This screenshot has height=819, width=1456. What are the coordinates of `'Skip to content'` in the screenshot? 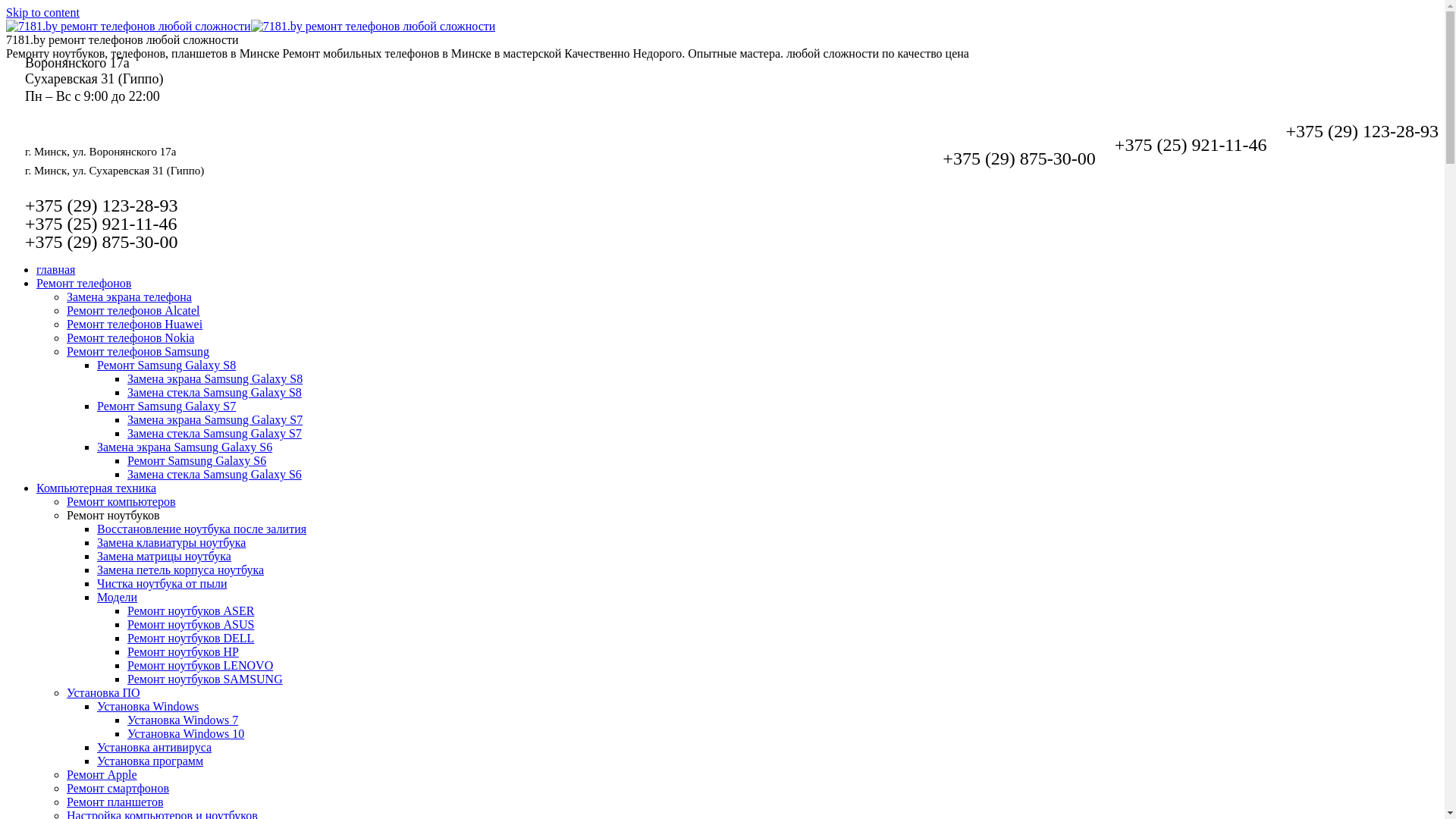 It's located at (42, 12).